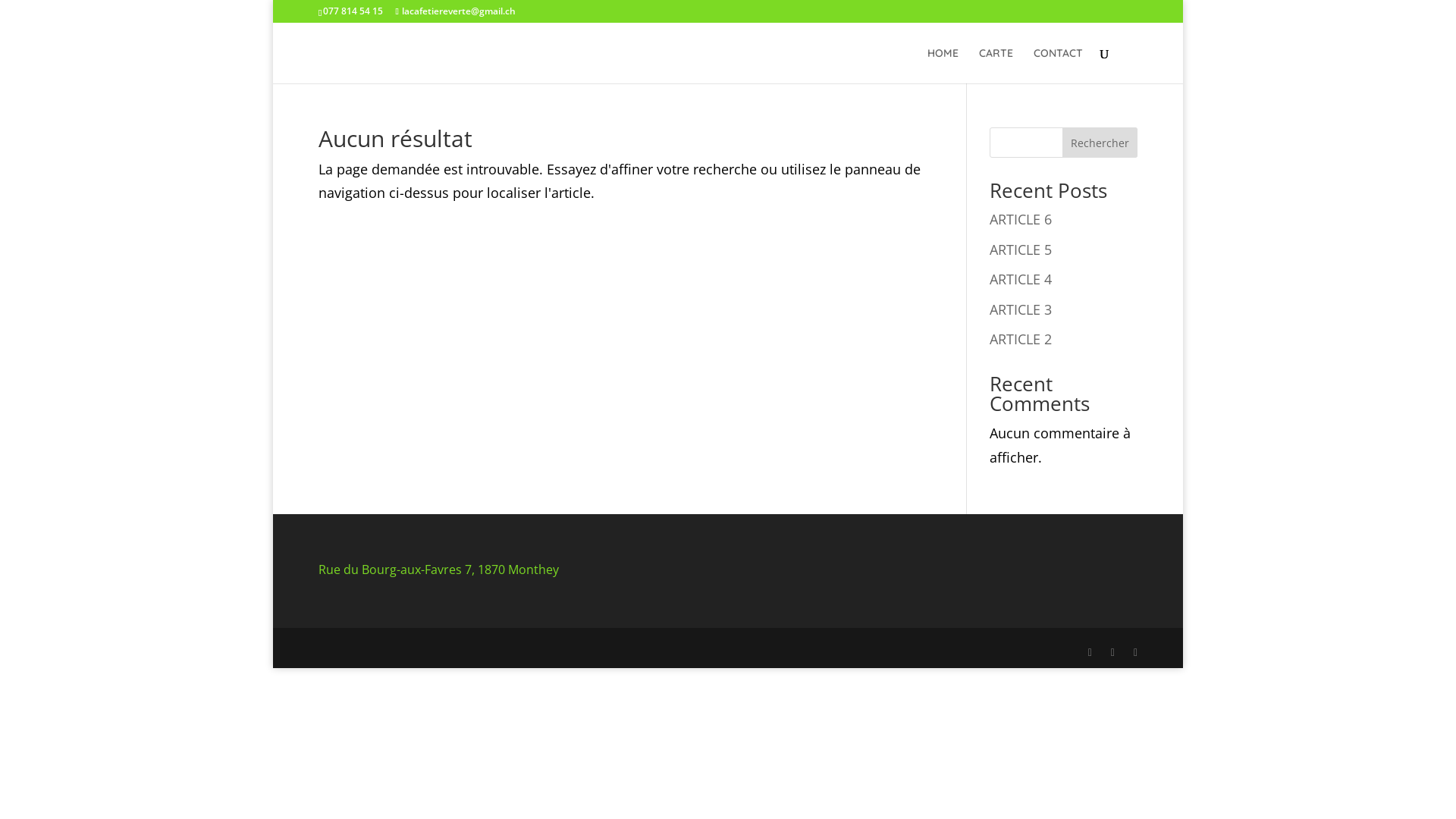 This screenshot has height=819, width=1456. What do you see at coordinates (927, 64) in the screenshot?
I see `'HOME'` at bounding box center [927, 64].